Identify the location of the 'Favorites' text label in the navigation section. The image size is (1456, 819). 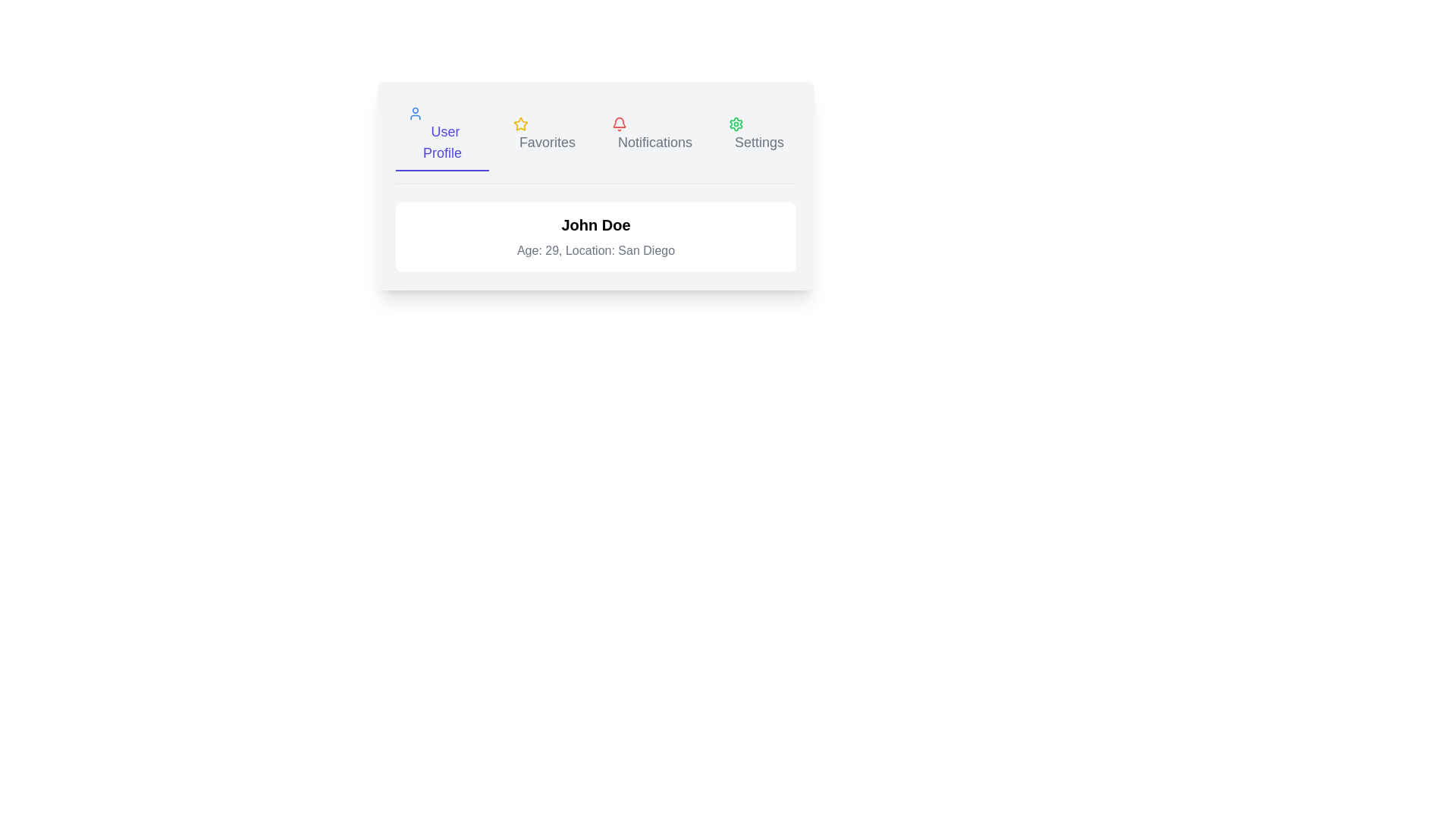
(546, 143).